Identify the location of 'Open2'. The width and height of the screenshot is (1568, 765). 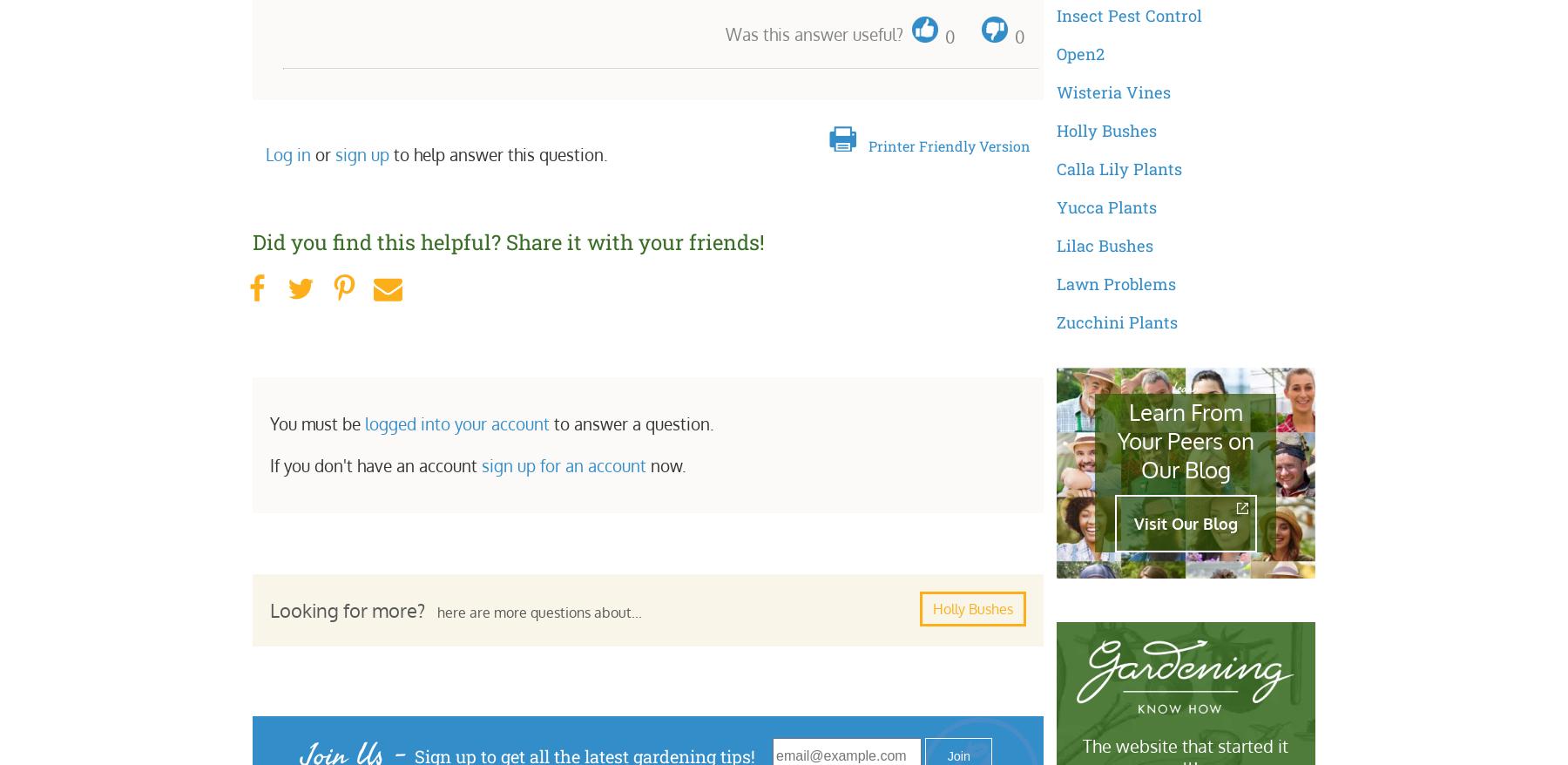
(1079, 53).